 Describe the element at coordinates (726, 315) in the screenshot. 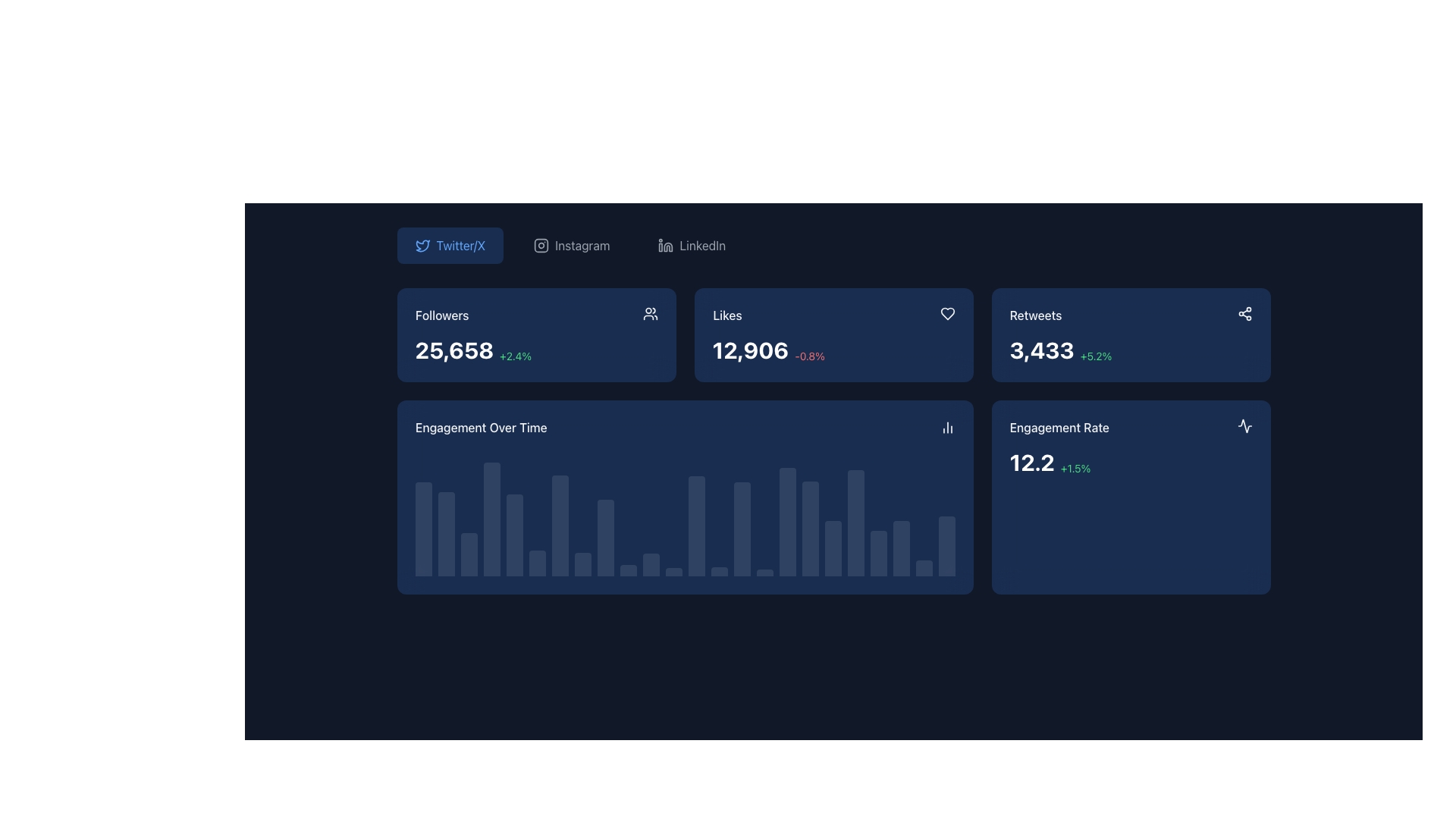

I see `the 'Likes' label in the statistics card, which is positioned to the left of the numeric value '12,906' and above the percentage change indicator '-0.8%'` at that location.